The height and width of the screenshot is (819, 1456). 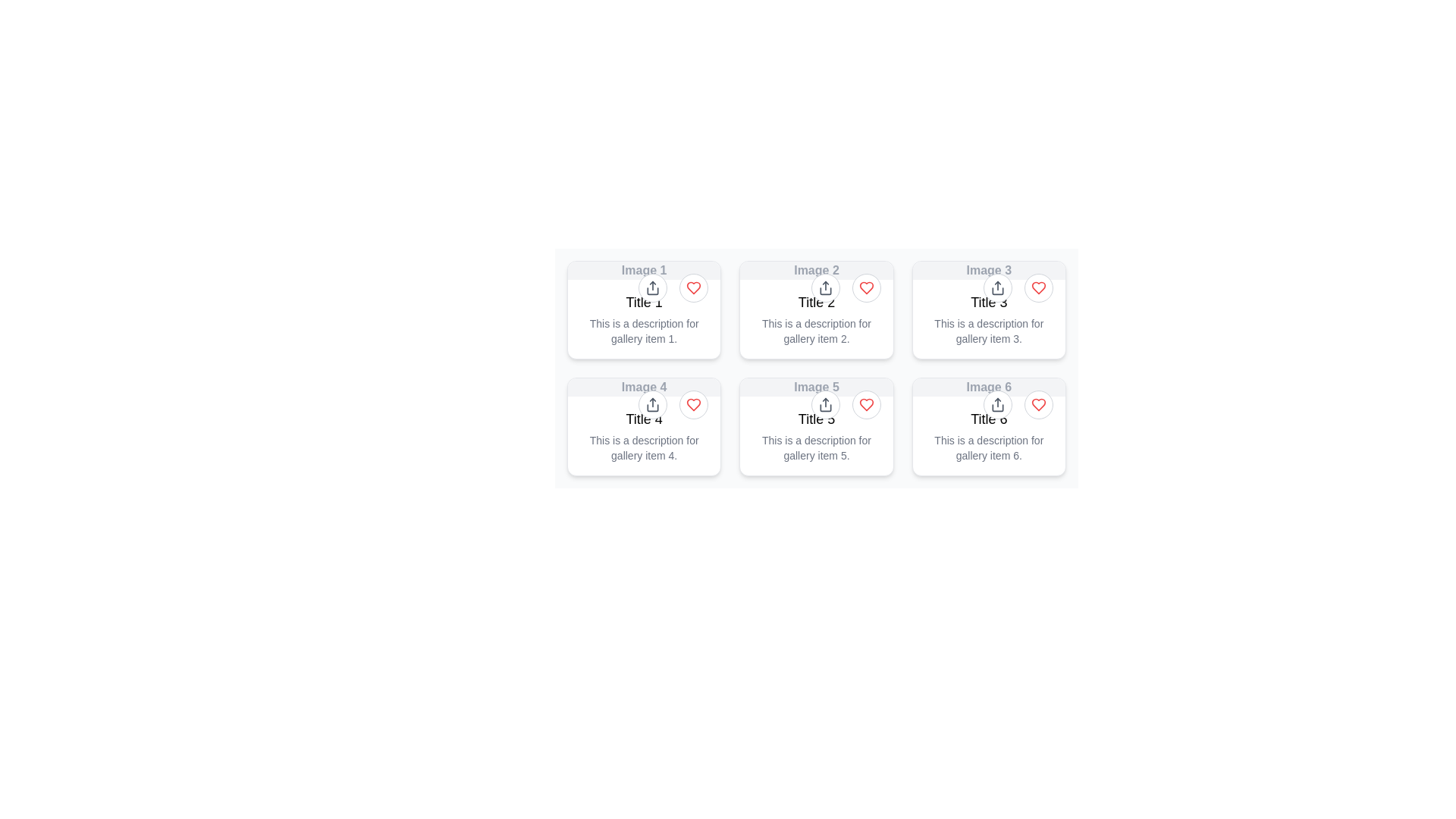 What do you see at coordinates (644, 318) in the screenshot?
I see `the Text Block containing the title 'Title 1' and the description 'This is a description for gallery item 1.', which is located in the top-left card of the grid layout` at bounding box center [644, 318].